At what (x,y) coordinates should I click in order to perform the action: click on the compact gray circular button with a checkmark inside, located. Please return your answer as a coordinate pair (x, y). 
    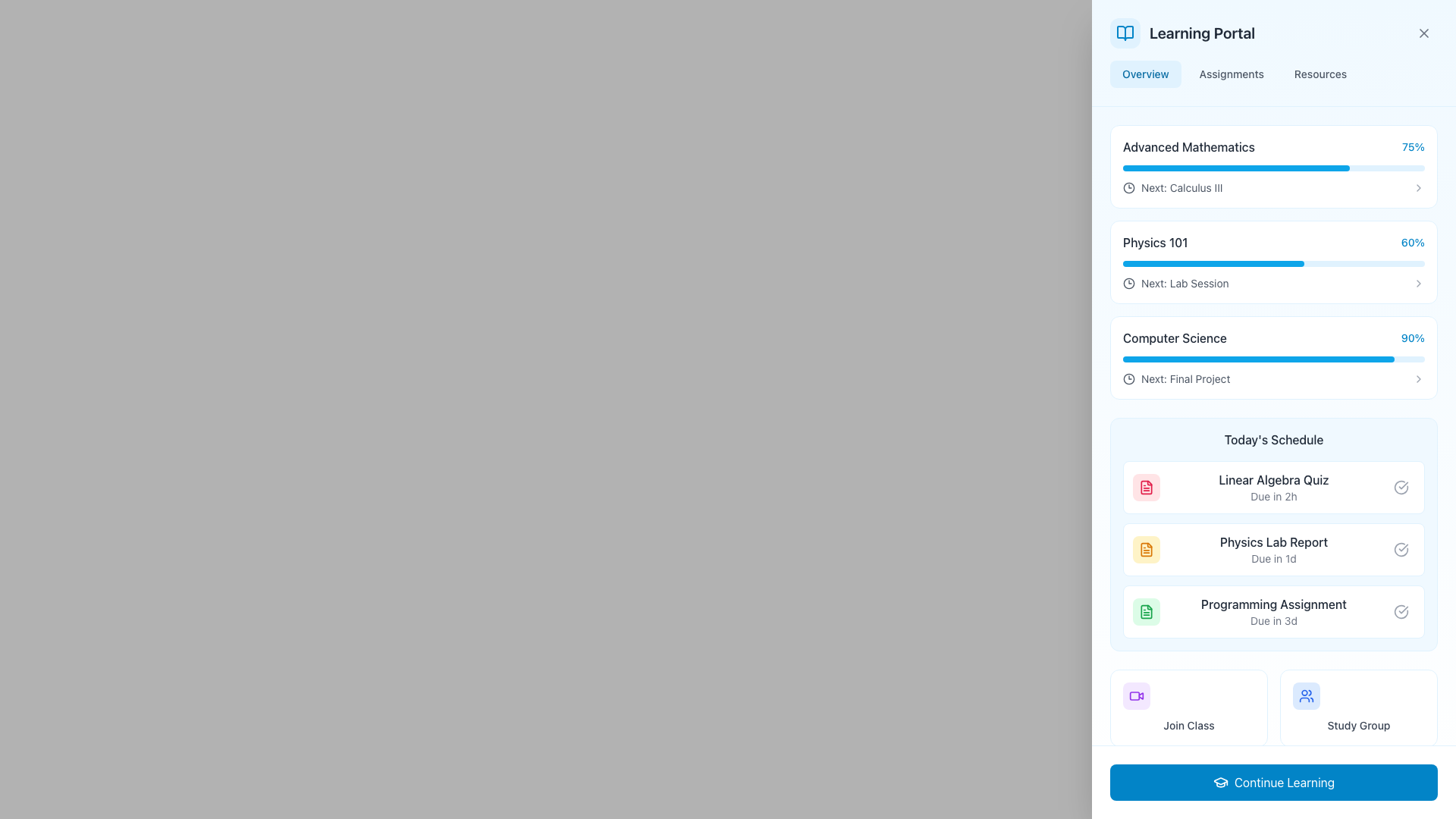
    Looking at the image, I should click on (1401, 550).